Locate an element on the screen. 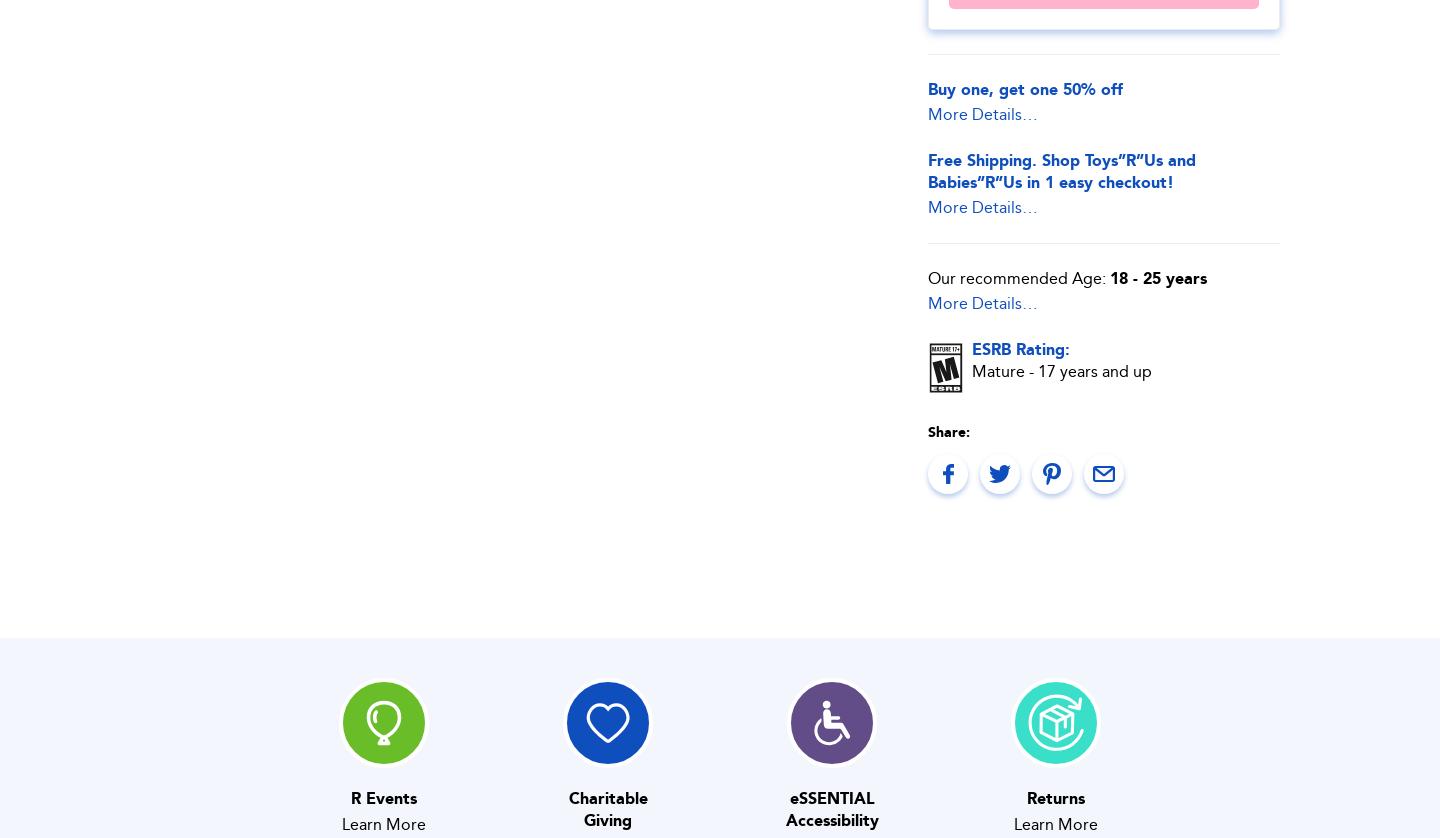 The image size is (1440, 838). 'eSSENTIAL' is located at coordinates (831, 797).